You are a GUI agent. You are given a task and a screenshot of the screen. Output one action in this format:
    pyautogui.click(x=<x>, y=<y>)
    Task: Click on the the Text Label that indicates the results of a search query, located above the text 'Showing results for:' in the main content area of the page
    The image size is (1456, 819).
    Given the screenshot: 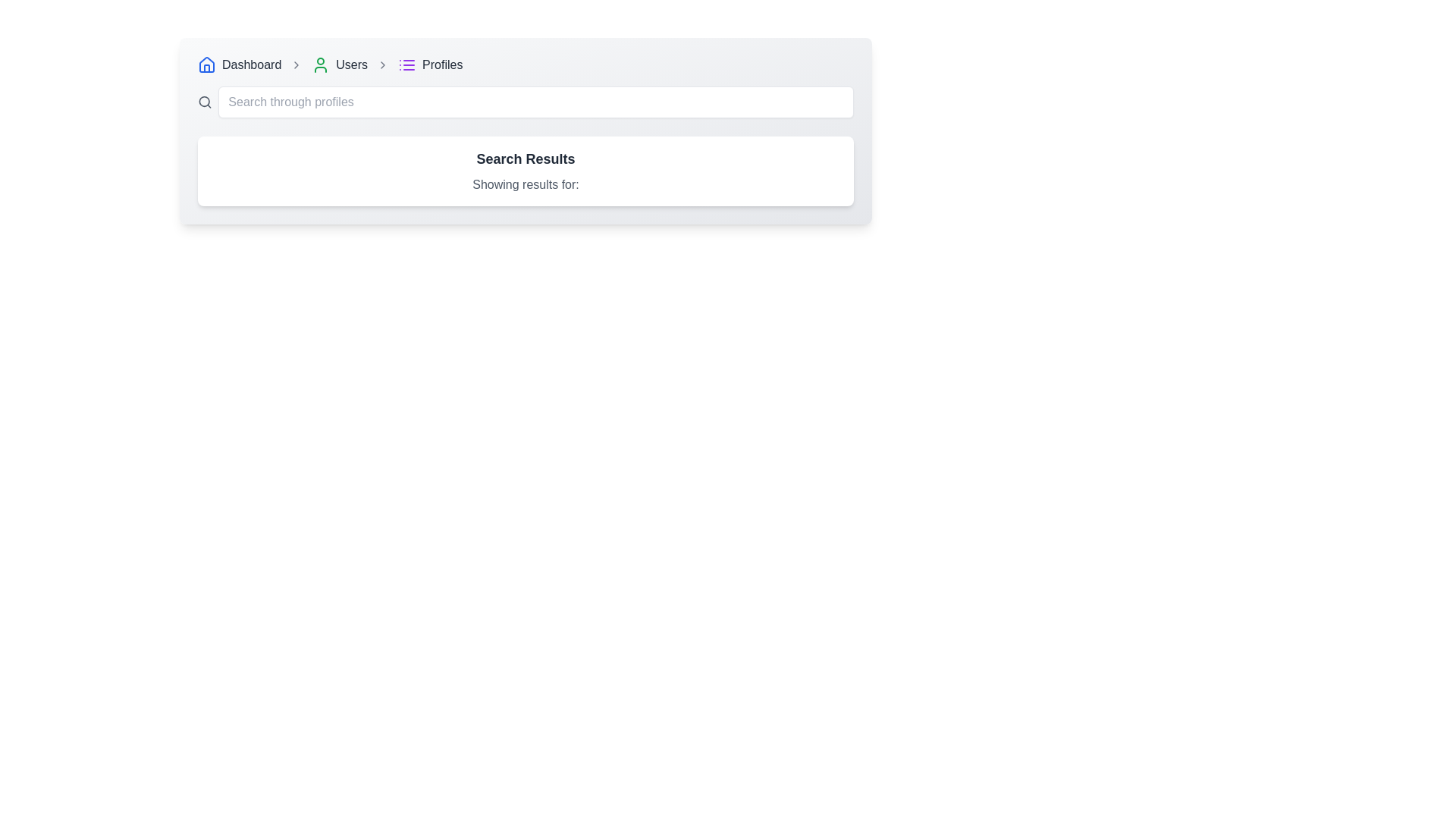 What is the action you would take?
    pyautogui.click(x=526, y=158)
    